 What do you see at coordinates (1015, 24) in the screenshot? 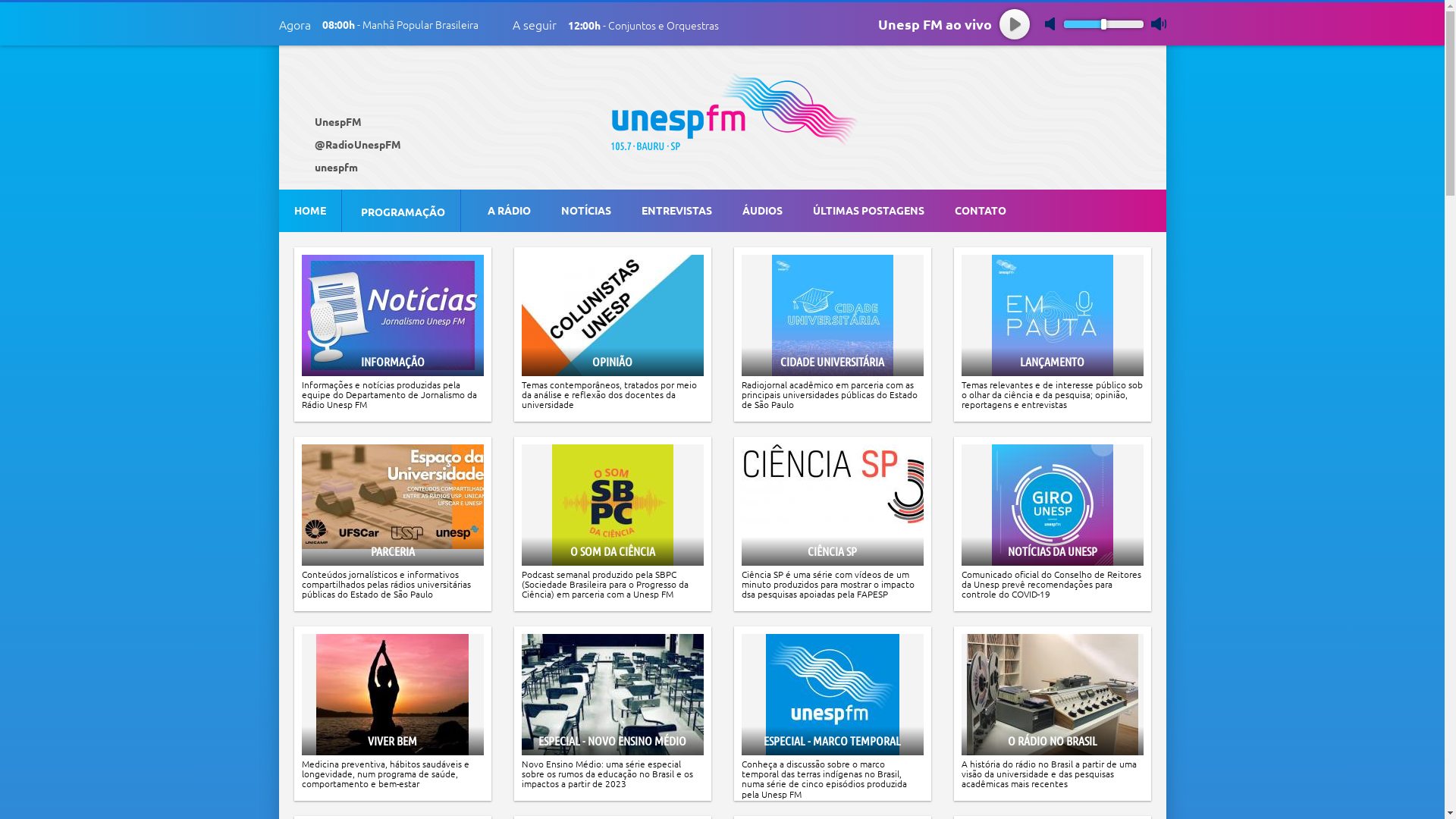
I see `'play'` at bounding box center [1015, 24].